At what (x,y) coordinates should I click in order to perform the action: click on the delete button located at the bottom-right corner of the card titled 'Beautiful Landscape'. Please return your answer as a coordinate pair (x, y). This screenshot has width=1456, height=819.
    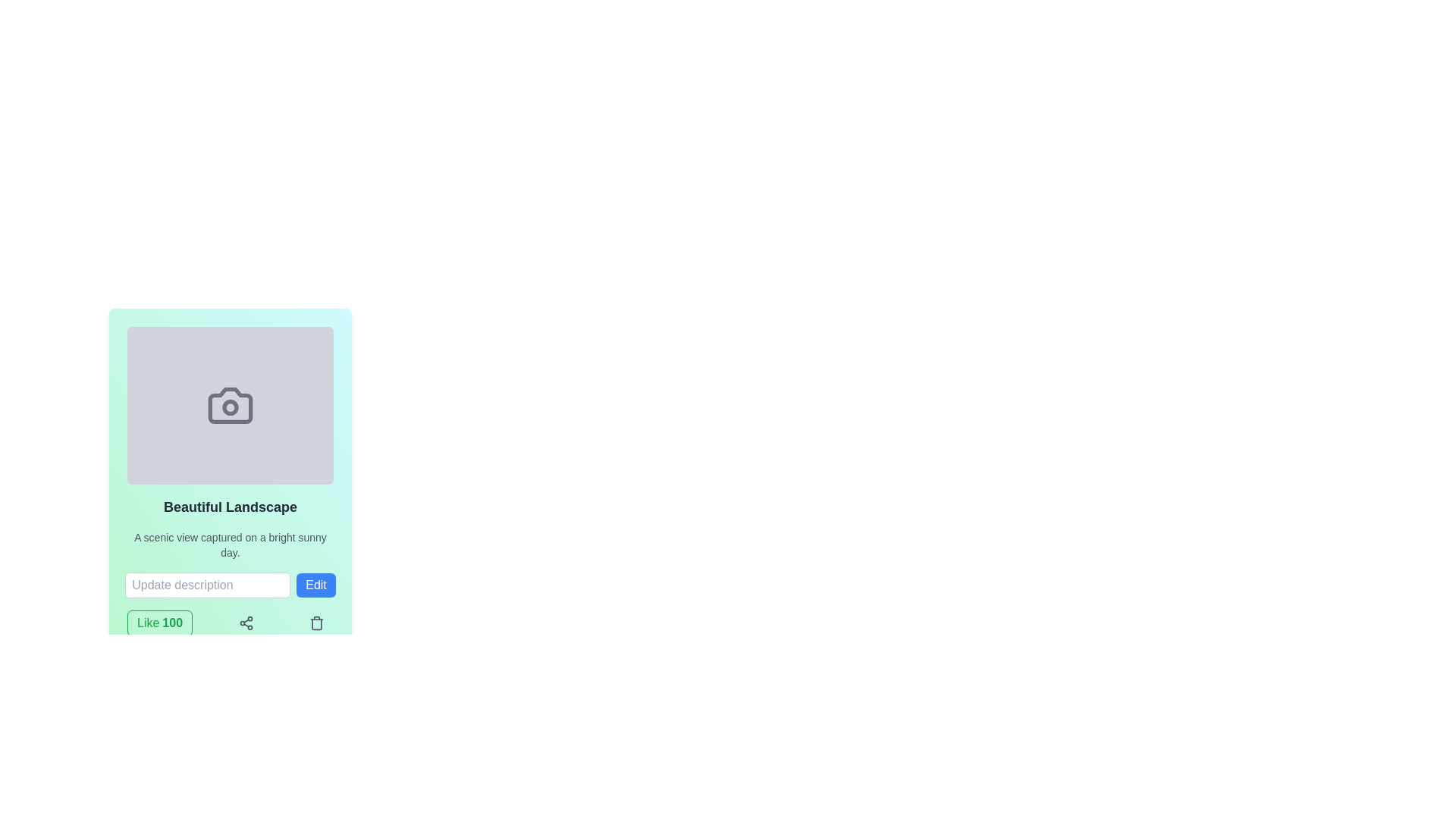
    Looking at the image, I should click on (315, 623).